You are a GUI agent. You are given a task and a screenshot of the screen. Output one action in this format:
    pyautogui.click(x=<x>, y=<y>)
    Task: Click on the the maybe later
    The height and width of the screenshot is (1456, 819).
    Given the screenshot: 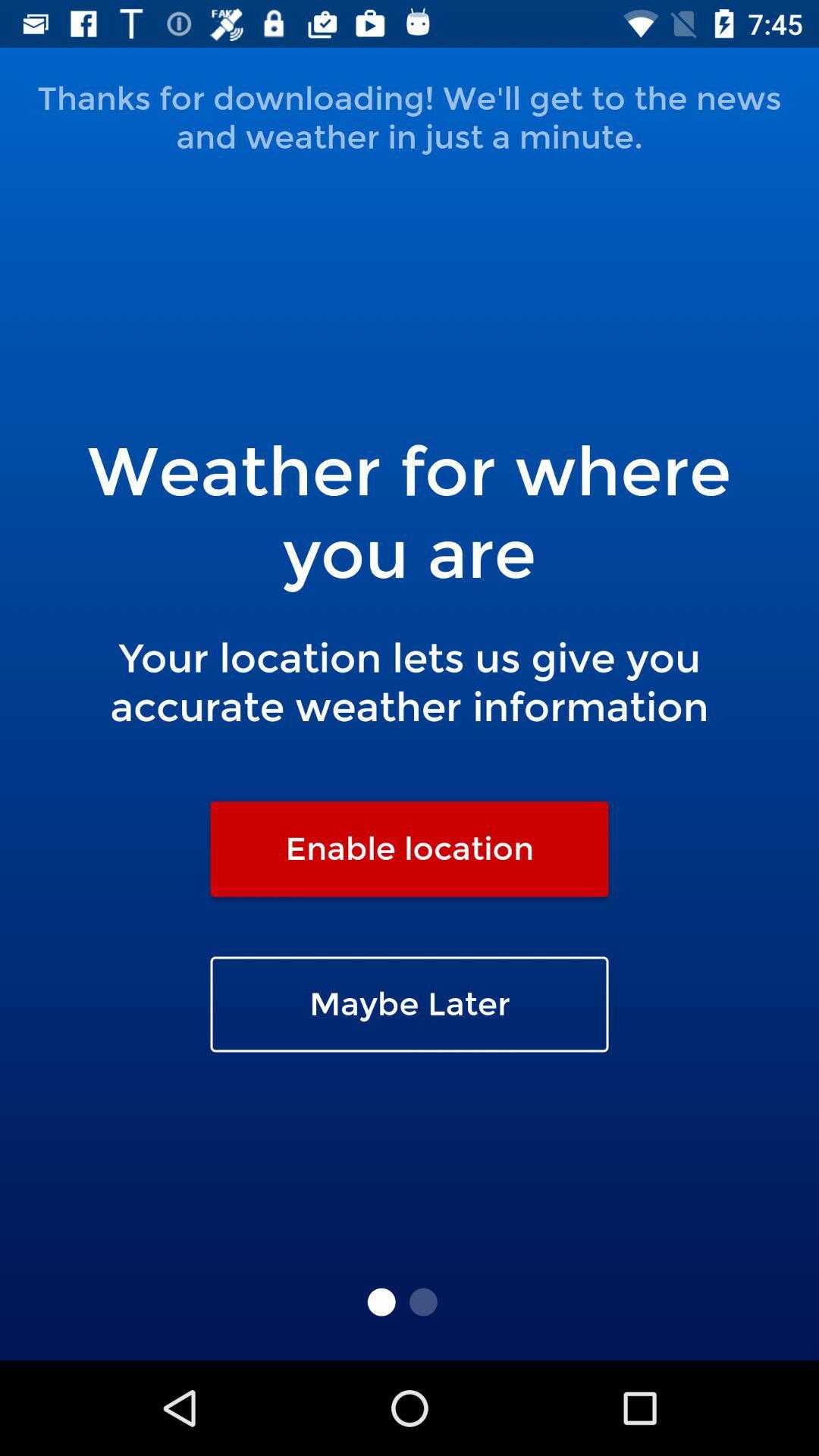 What is the action you would take?
    pyautogui.click(x=409, y=1004)
    